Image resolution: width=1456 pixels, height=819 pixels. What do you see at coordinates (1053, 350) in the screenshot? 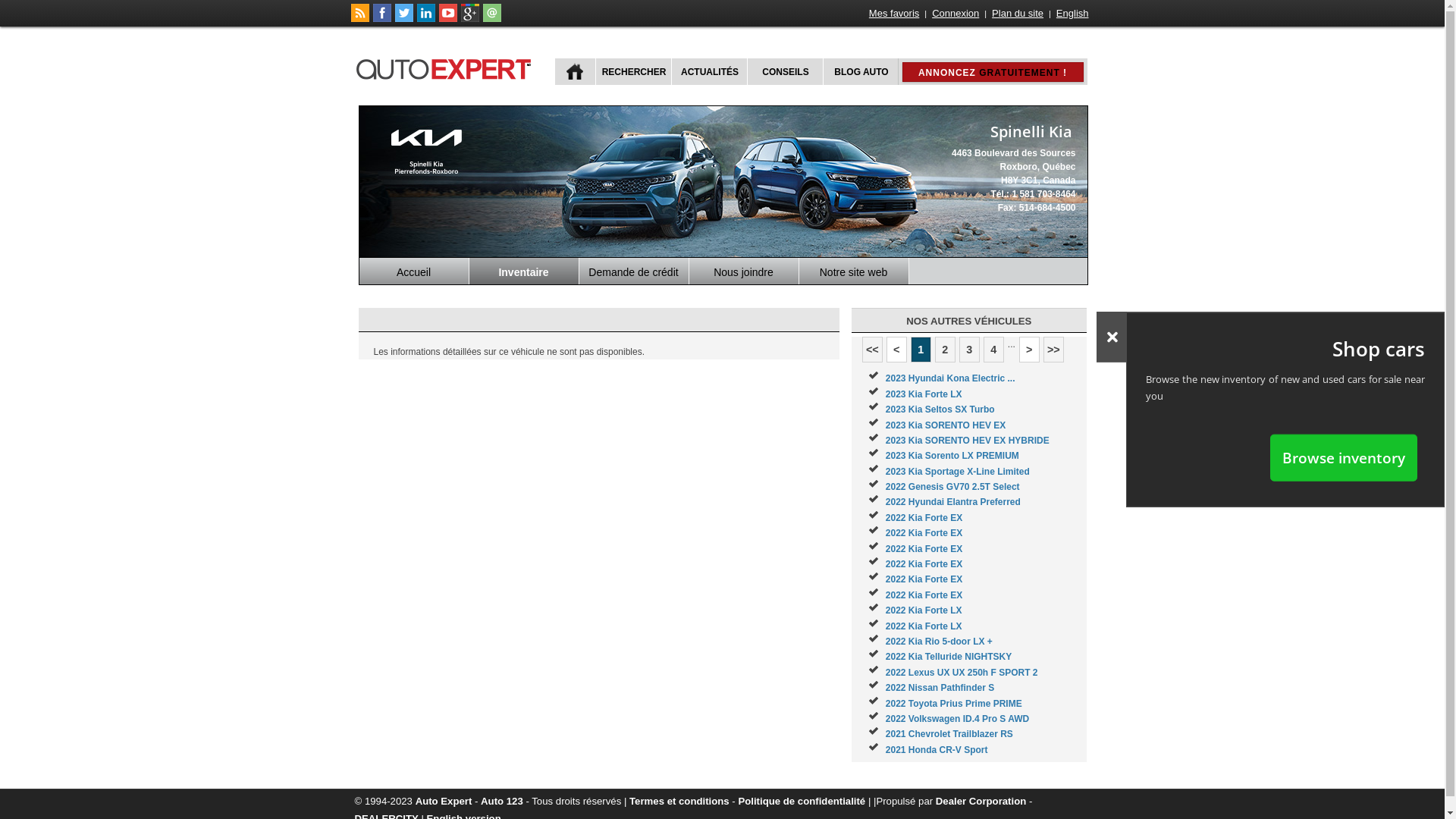
I see `'>>'` at bounding box center [1053, 350].